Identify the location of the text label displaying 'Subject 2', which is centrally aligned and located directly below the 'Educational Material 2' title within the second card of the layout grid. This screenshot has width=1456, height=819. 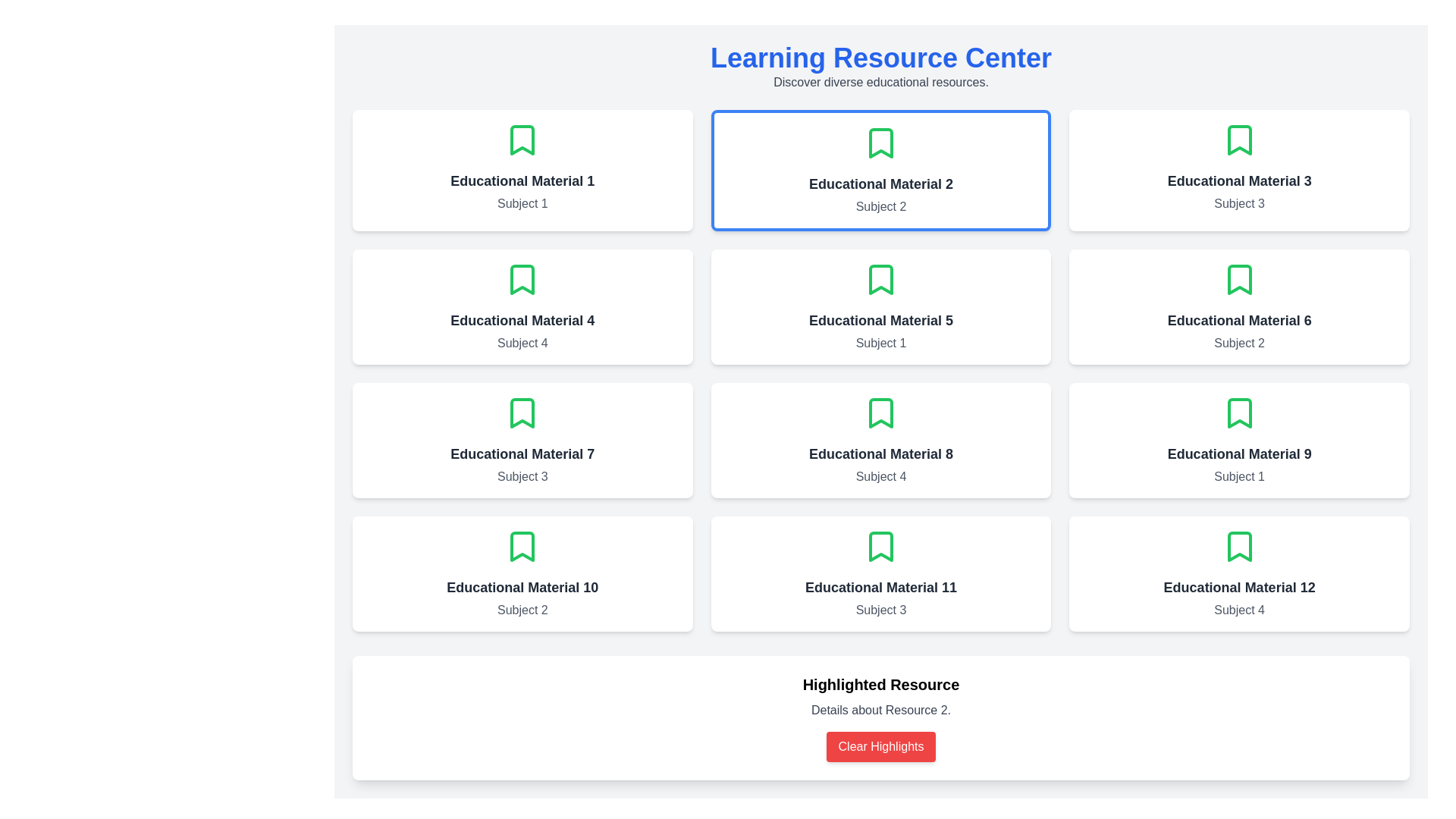
(880, 207).